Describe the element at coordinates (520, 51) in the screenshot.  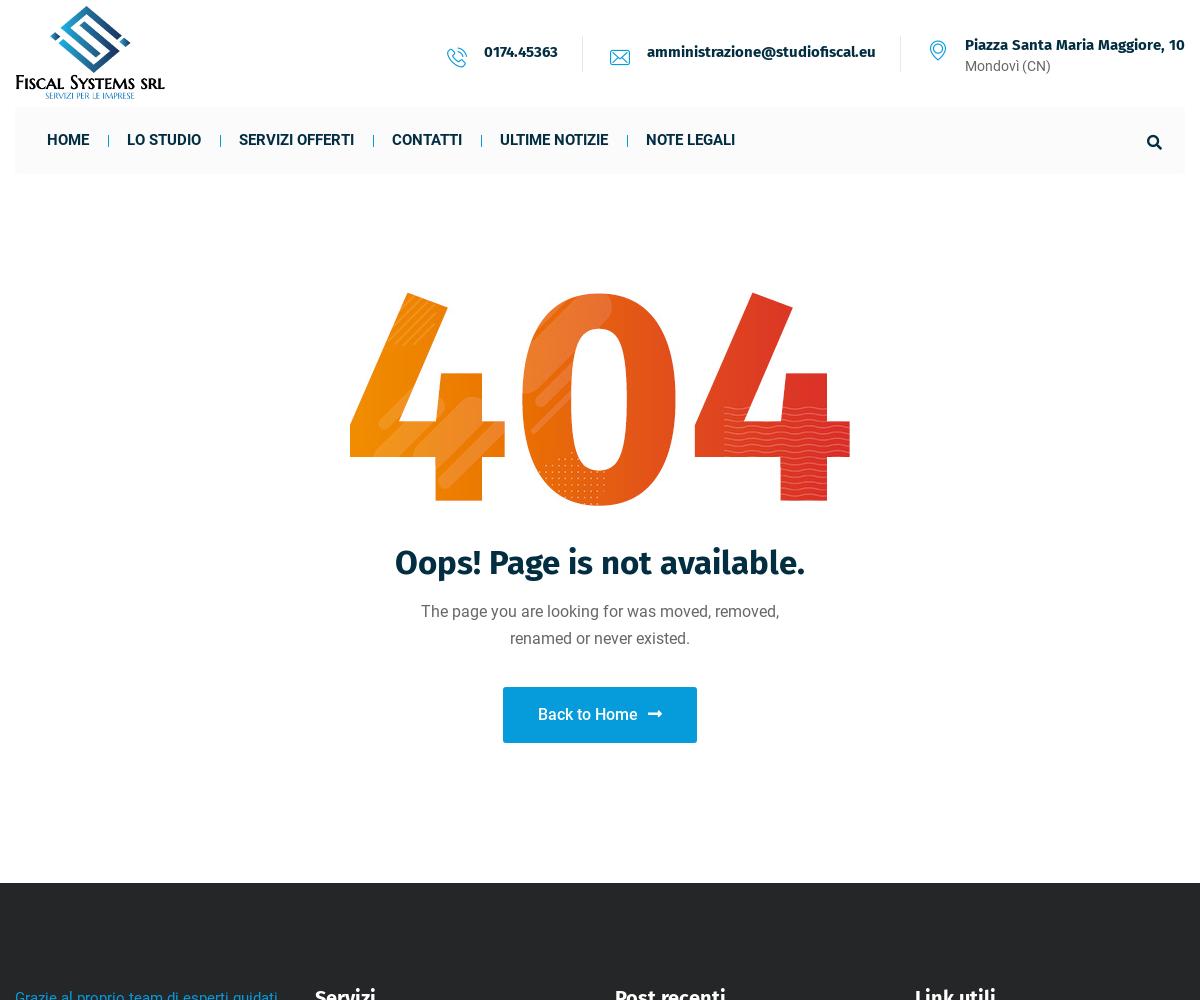
I see `'0174.45363'` at that location.